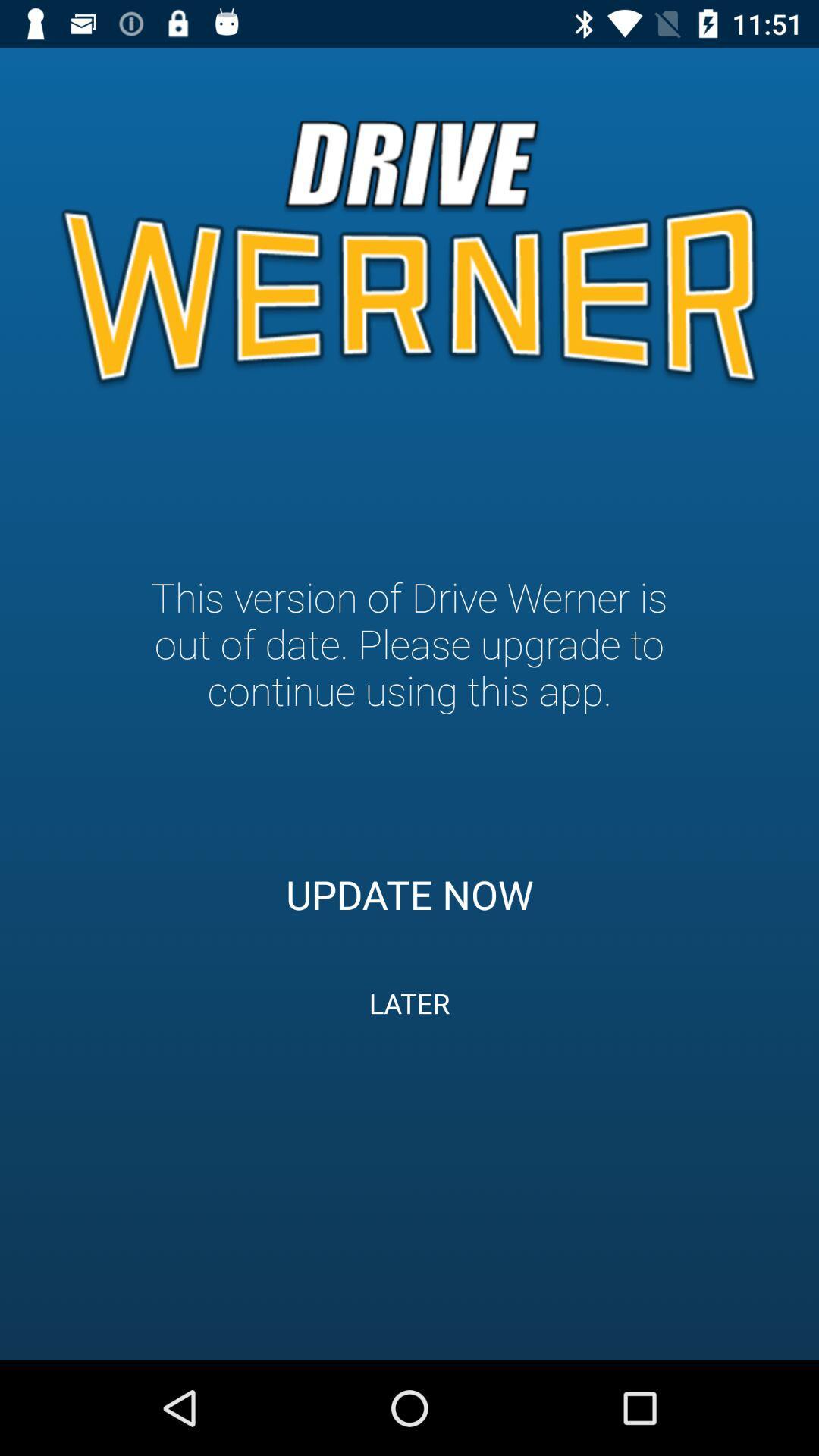 The image size is (819, 1456). I want to click on later item, so click(409, 1003).